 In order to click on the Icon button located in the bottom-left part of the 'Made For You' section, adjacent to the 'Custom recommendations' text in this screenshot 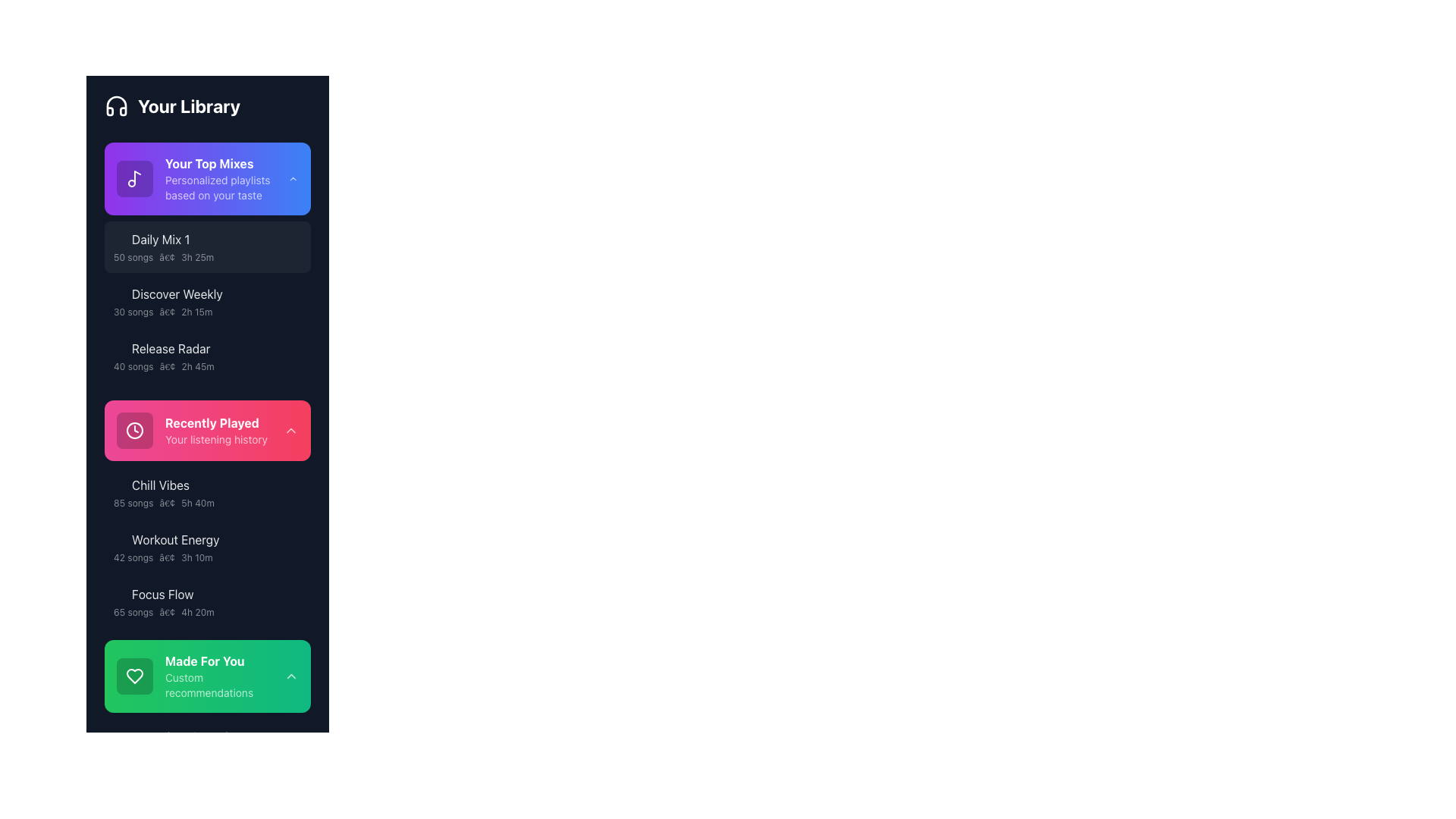, I will do `click(134, 675)`.